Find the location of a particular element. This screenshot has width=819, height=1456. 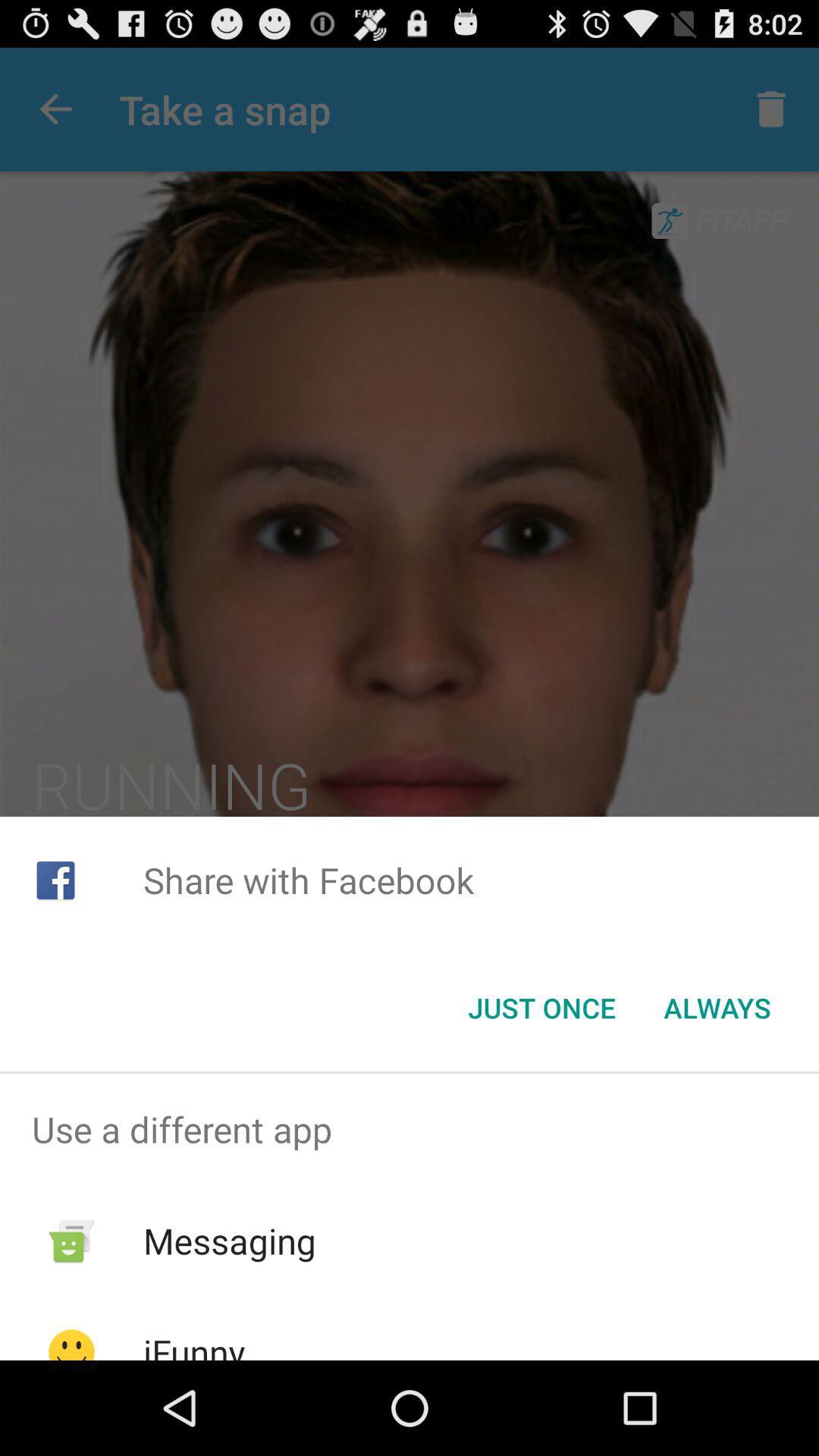

item above messaging app is located at coordinates (409, 1129).